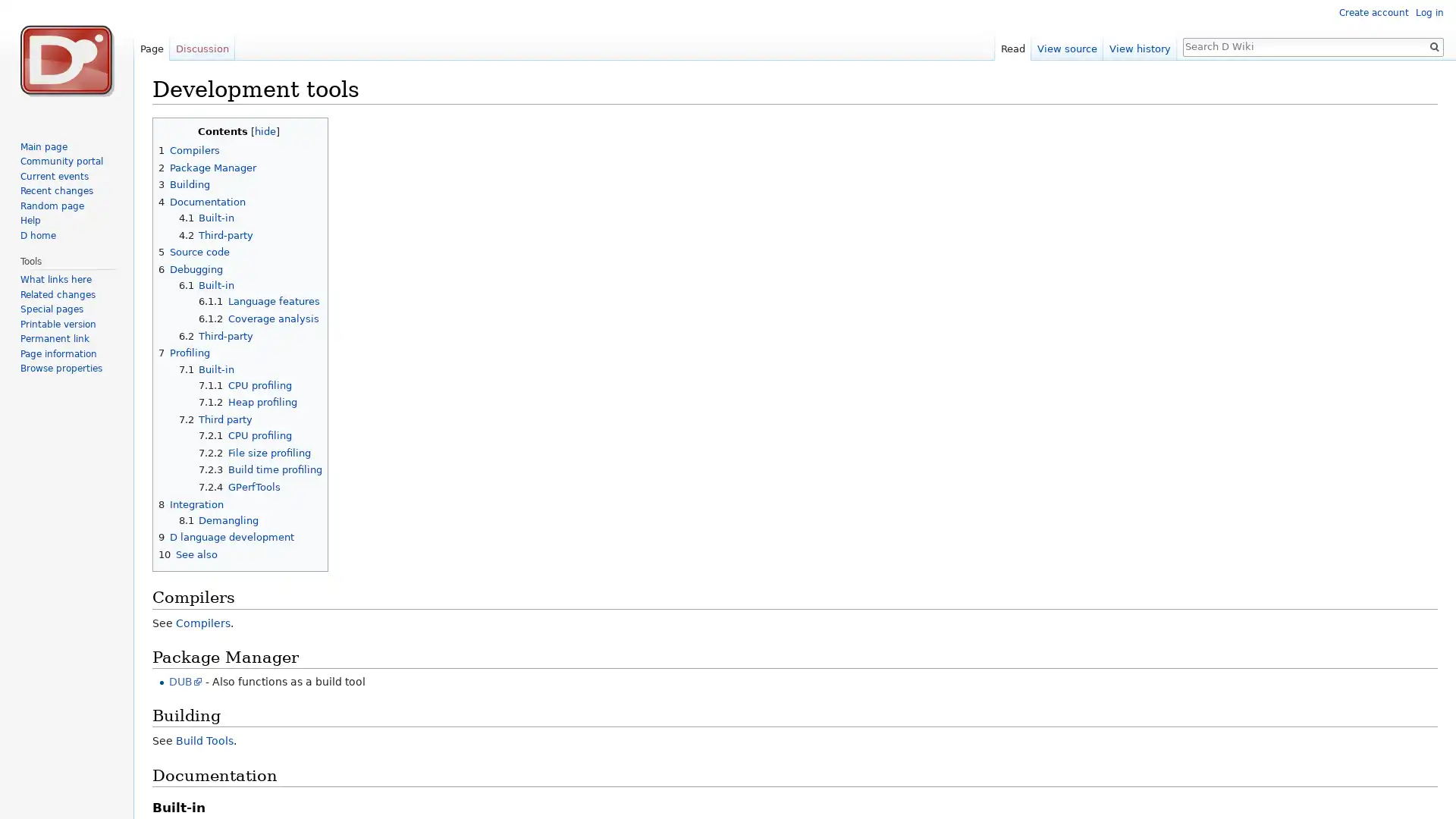 Image resolution: width=1456 pixels, height=819 pixels. What do you see at coordinates (1433, 45) in the screenshot?
I see `Go` at bounding box center [1433, 45].